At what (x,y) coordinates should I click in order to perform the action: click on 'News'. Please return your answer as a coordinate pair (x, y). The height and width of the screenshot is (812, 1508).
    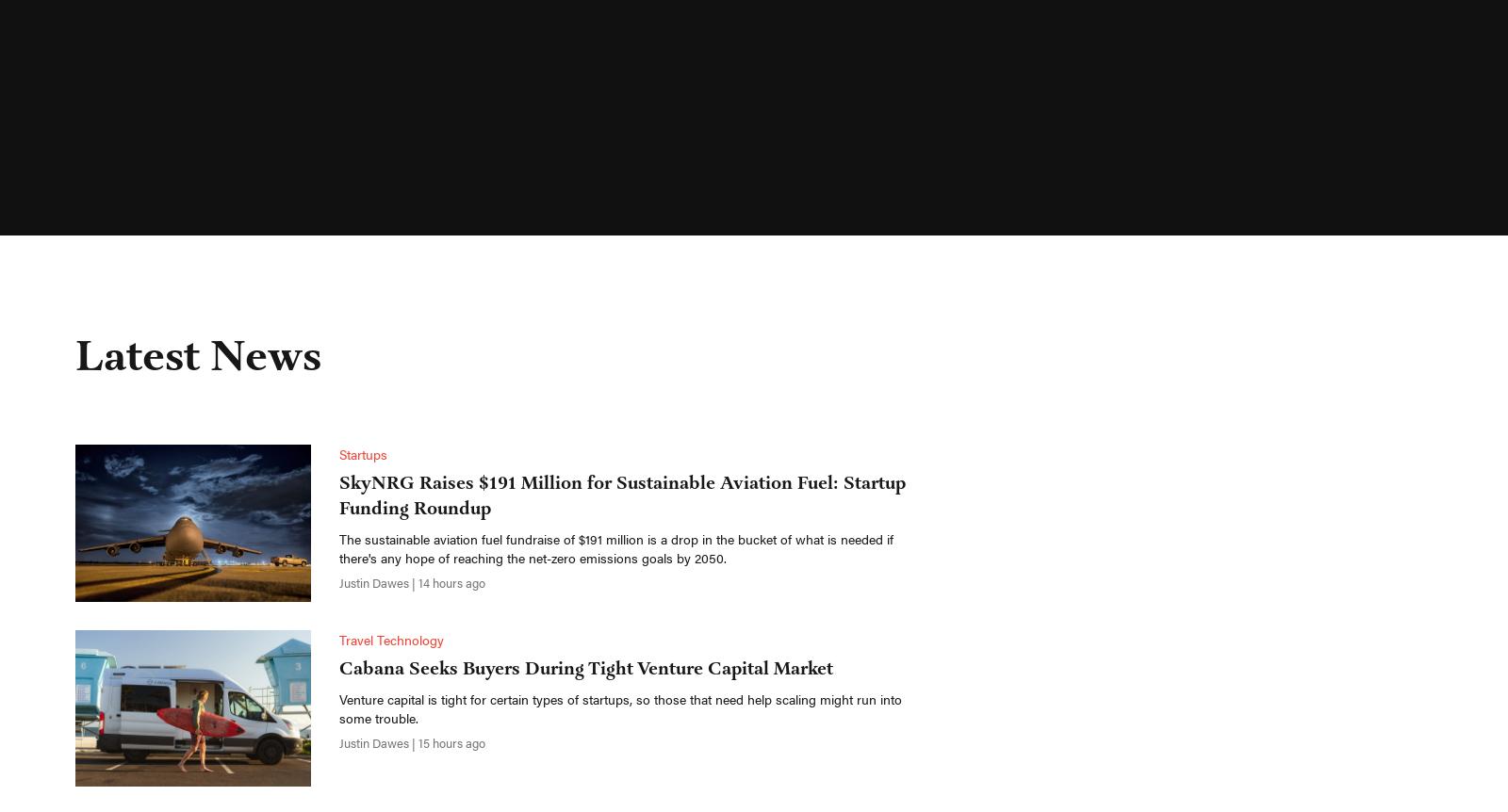
    Looking at the image, I should click on (250, 32).